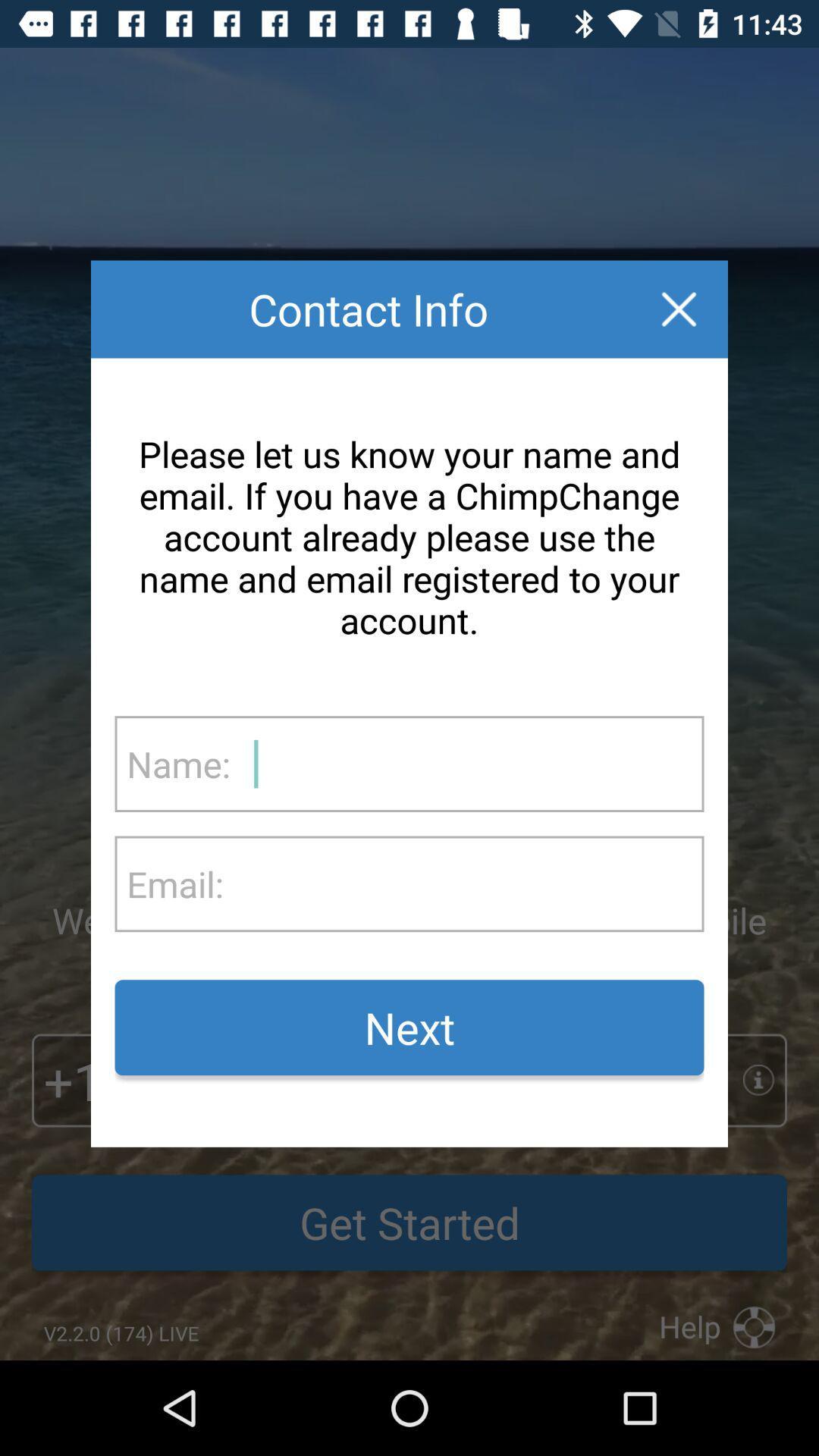  What do you see at coordinates (463, 883) in the screenshot?
I see `your email address` at bounding box center [463, 883].